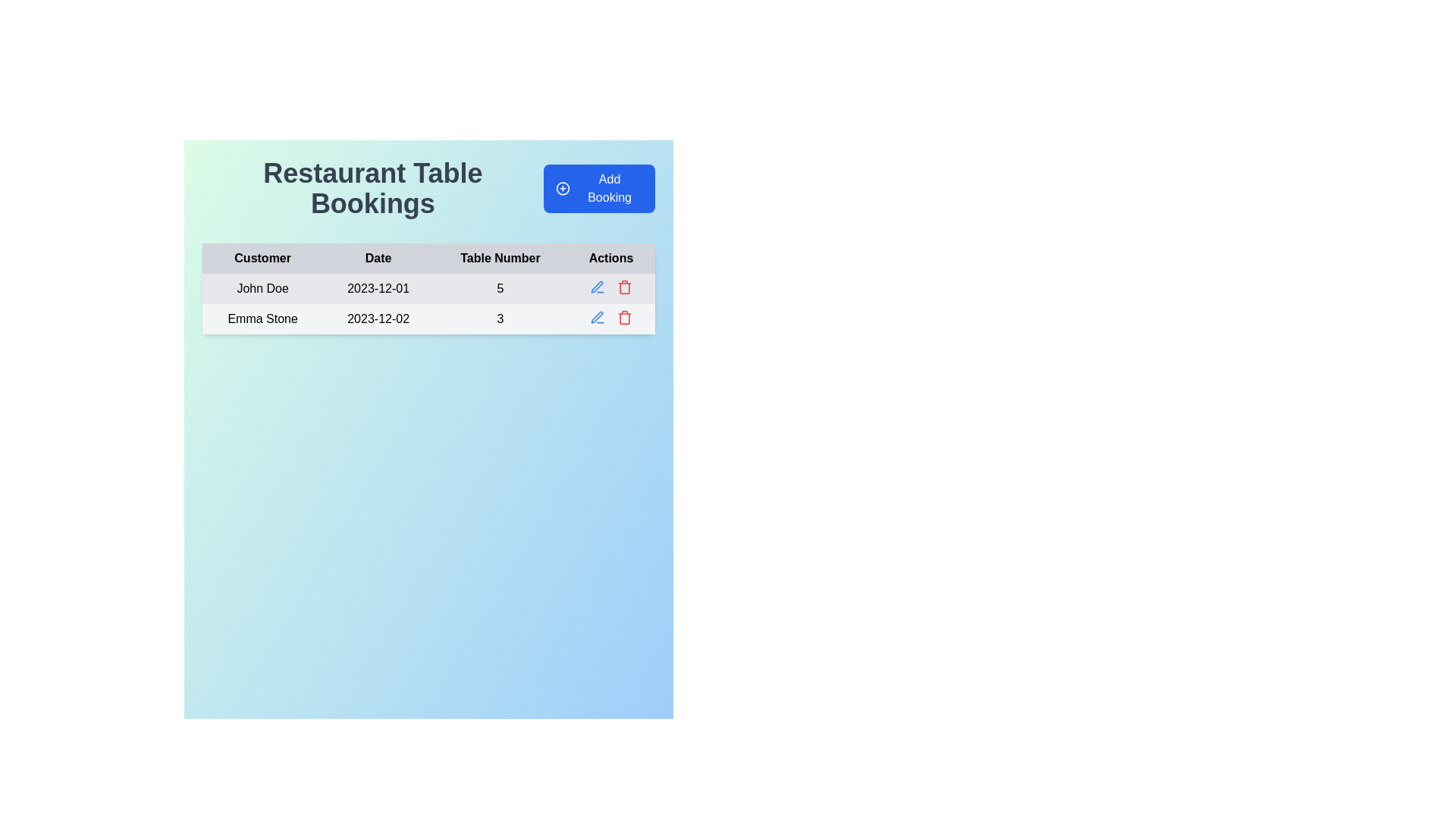 The width and height of the screenshot is (1456, 819). Describe the element at coordinates (262, 257) in the screenshot. I see `the Text Label which is the first column header for customer names in the table layout, positioned at the top-left of the table` at that location.